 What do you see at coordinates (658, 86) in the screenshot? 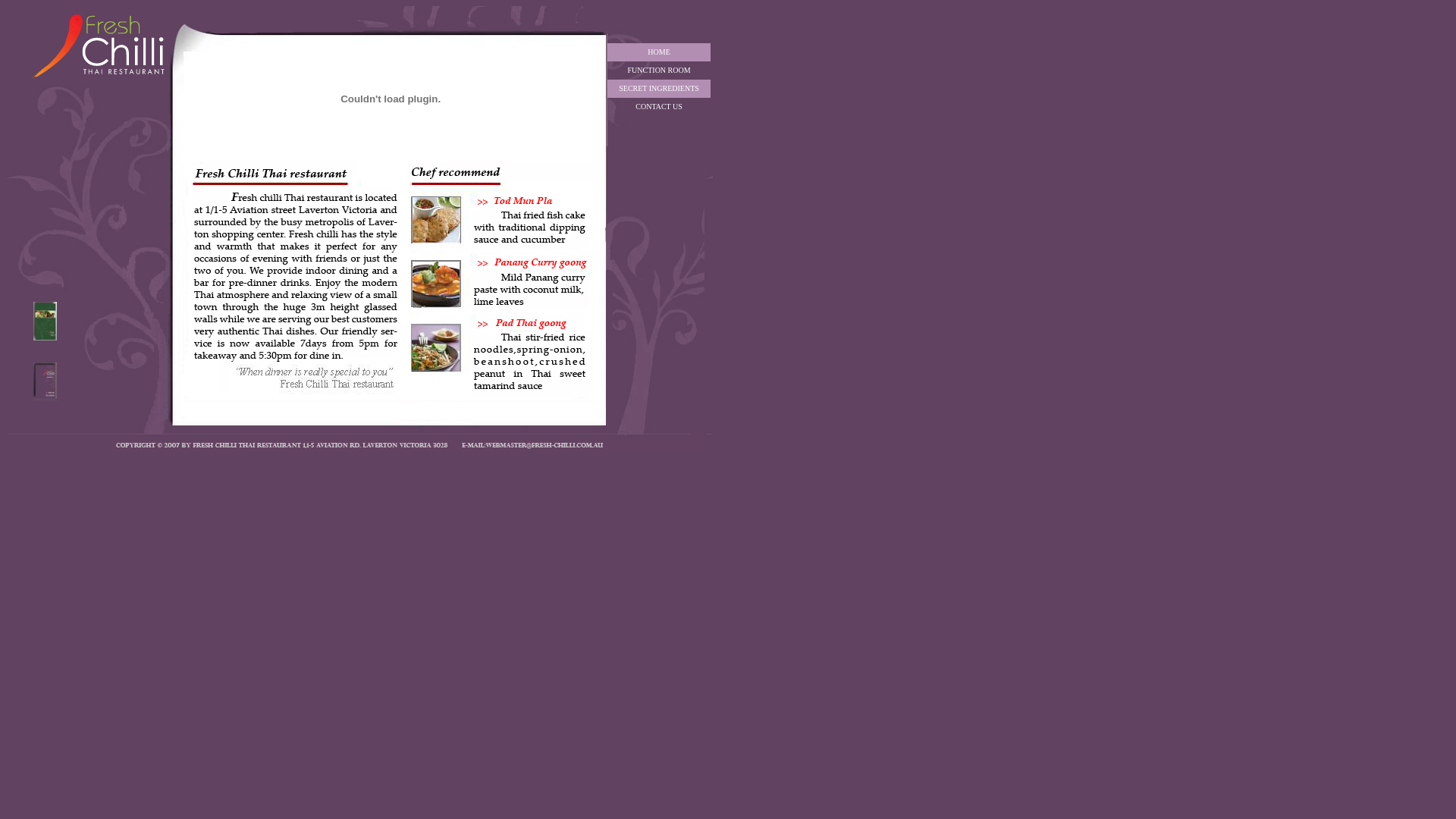
I see `'SECRET INGREDIENTS'` at bounding box center [658, 86].